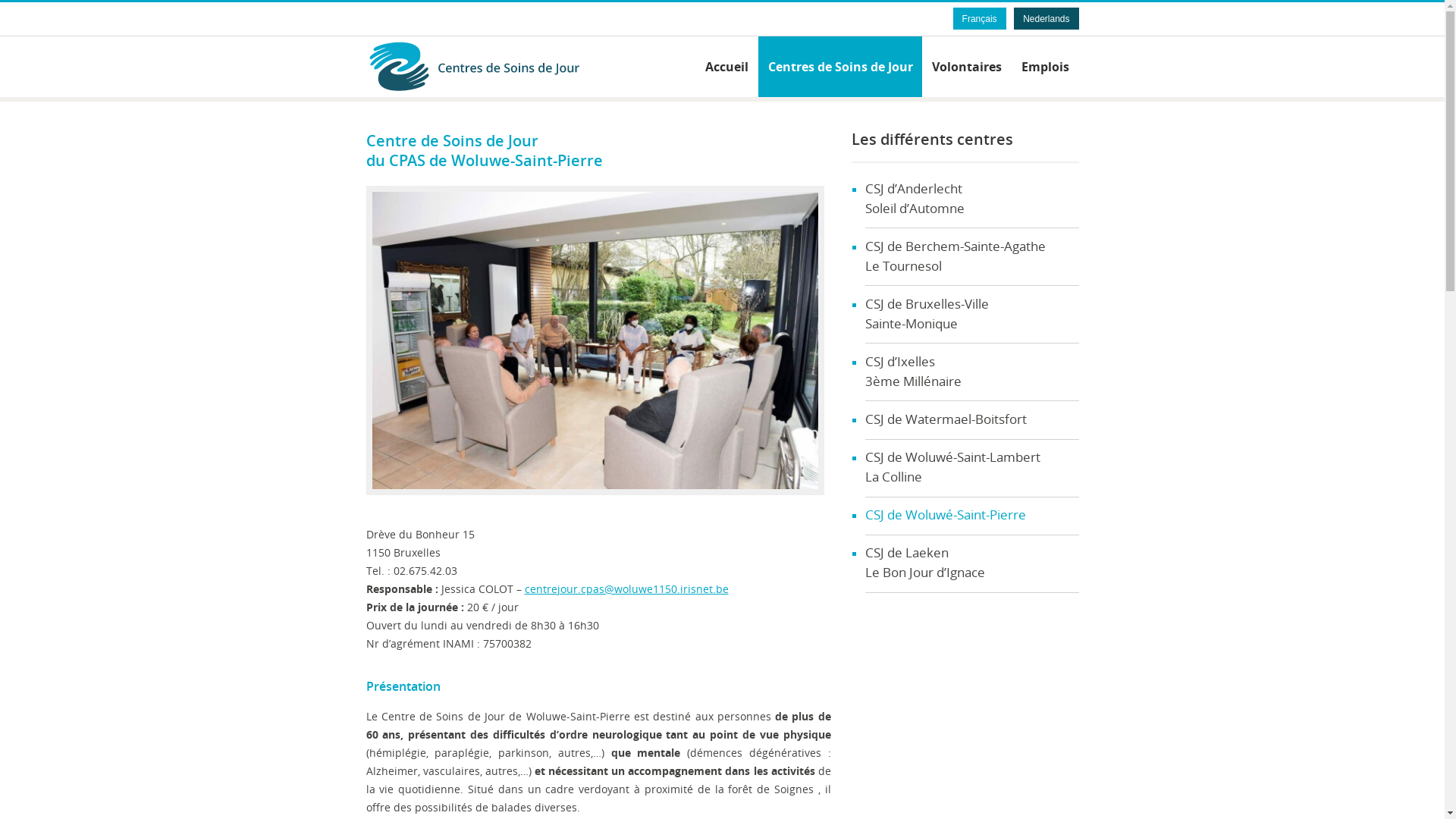  Describe the element at coordinates (864, 420) in the screenshot. I see `'CSJ de Watermael-Boitsfort'` at that location.